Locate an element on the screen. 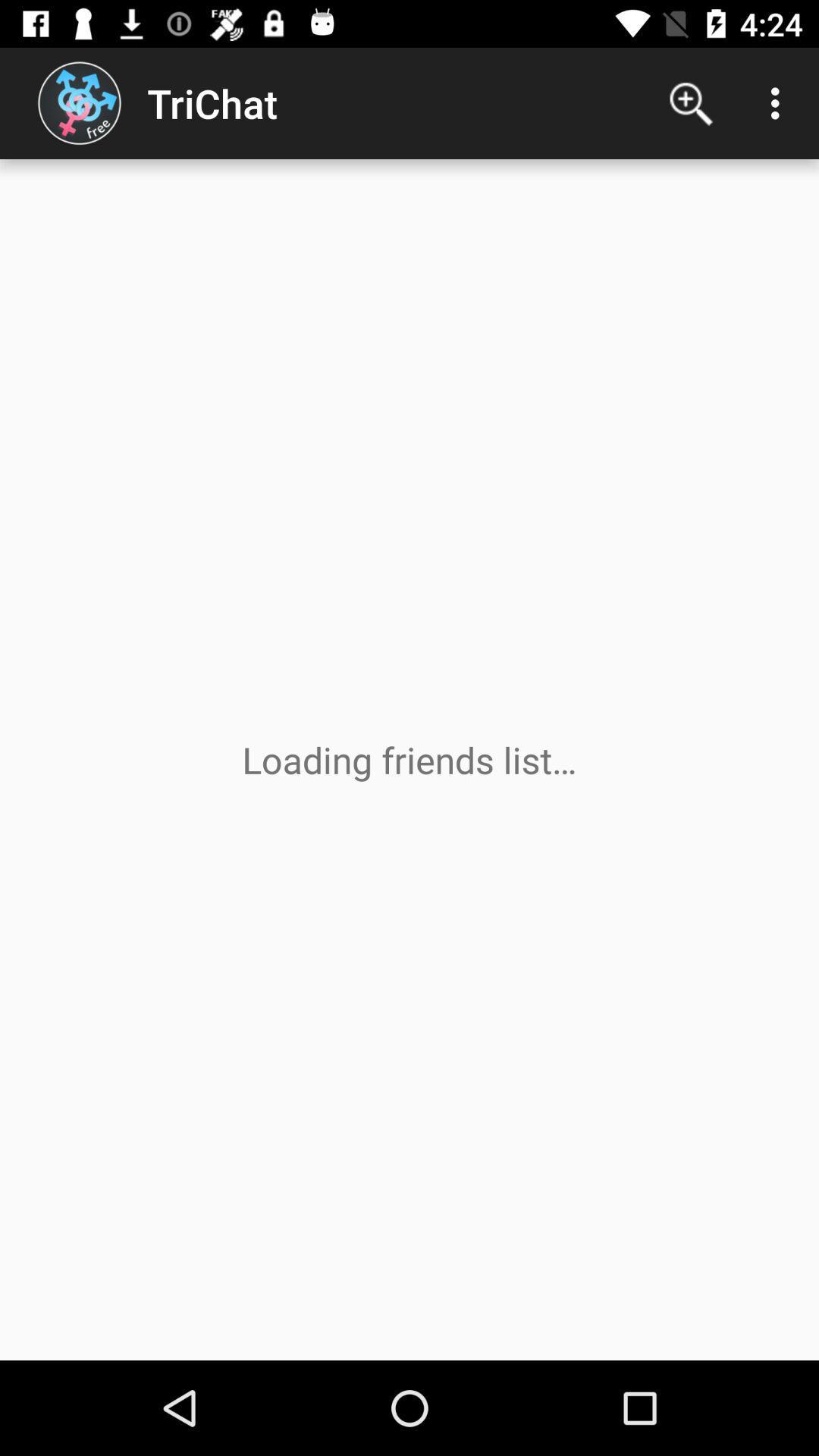  icon next to the trichat is located at coordinates (691, 102).